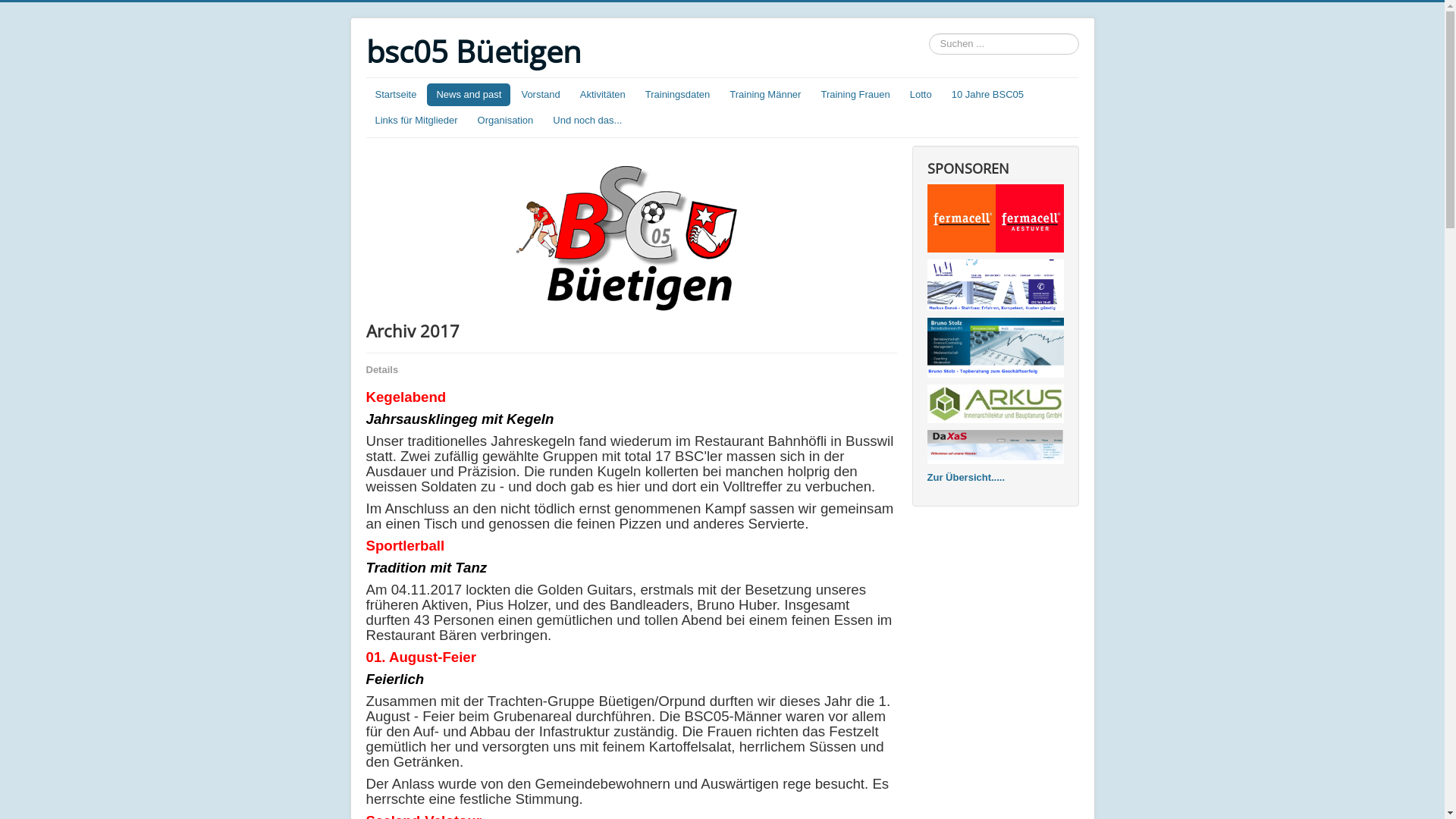  What do you see at coordinates (994, 402) in the screenshot?
I see `'Markus Burri - Bauen ohne Stress bis zum Schluss'` at bounding box center [994, 402].